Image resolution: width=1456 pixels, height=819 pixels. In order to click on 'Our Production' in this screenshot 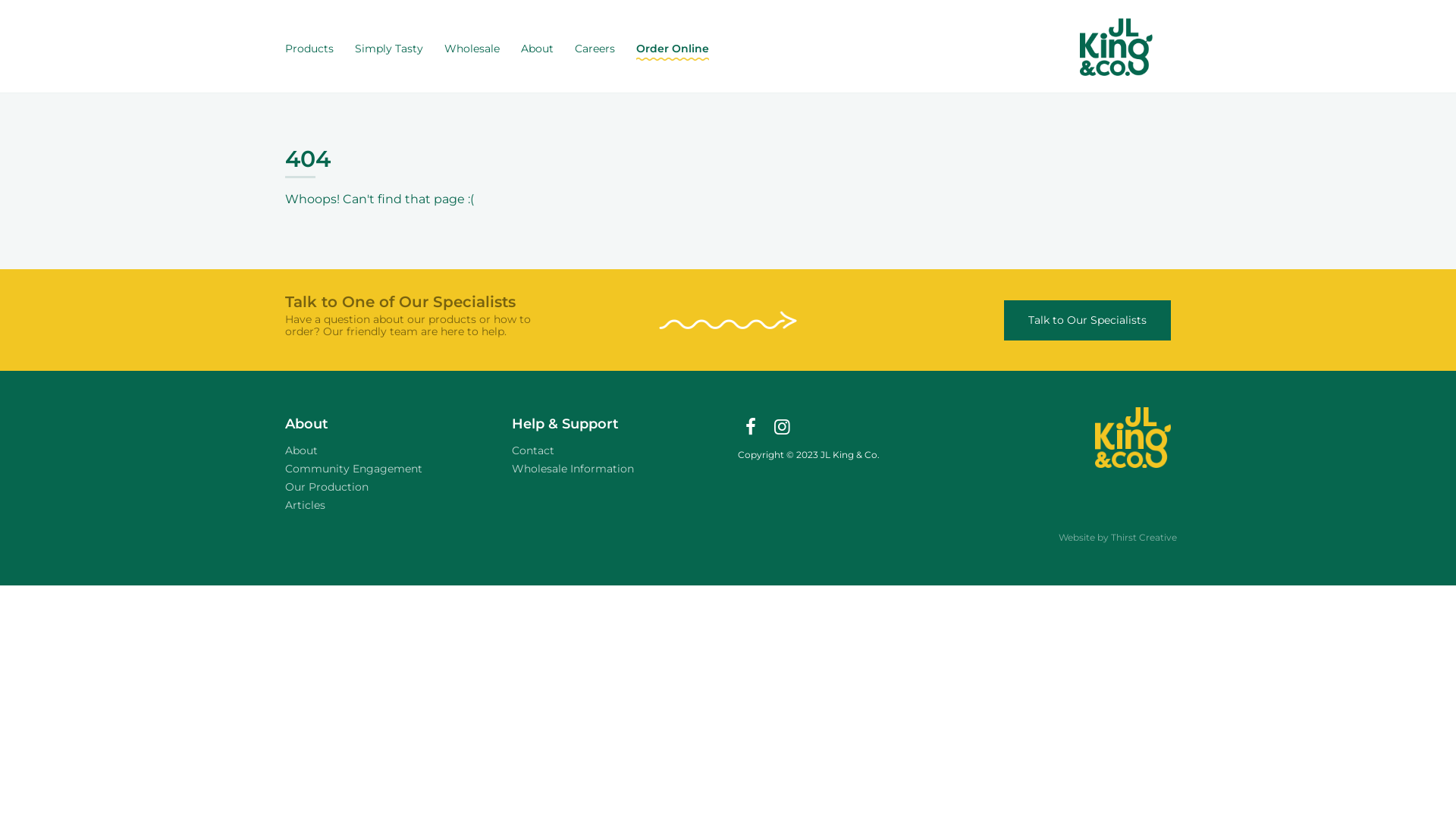, I will do `click(326, 486)`.